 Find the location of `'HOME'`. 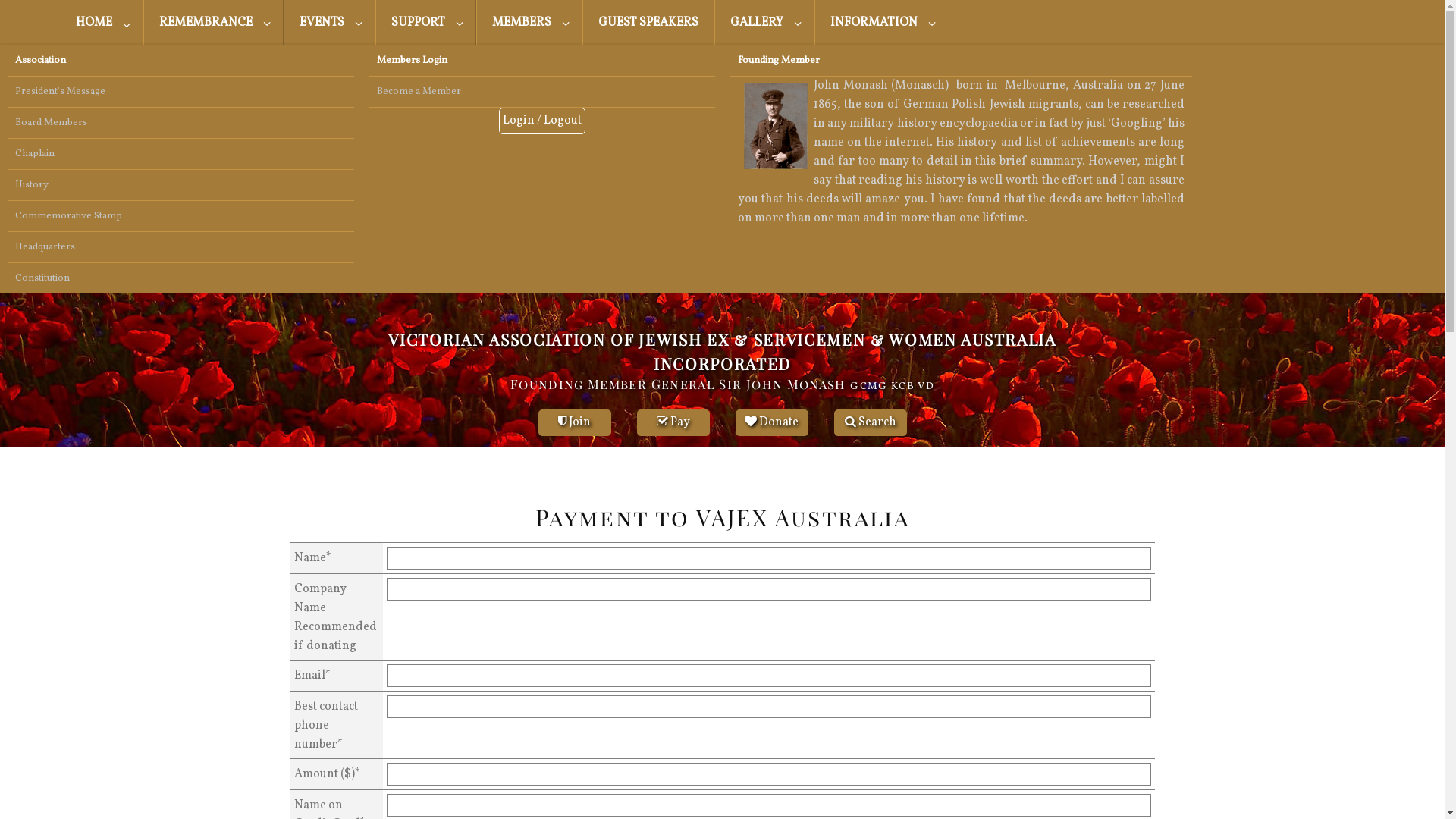

'HOME' is located at coordinates (101, 23).